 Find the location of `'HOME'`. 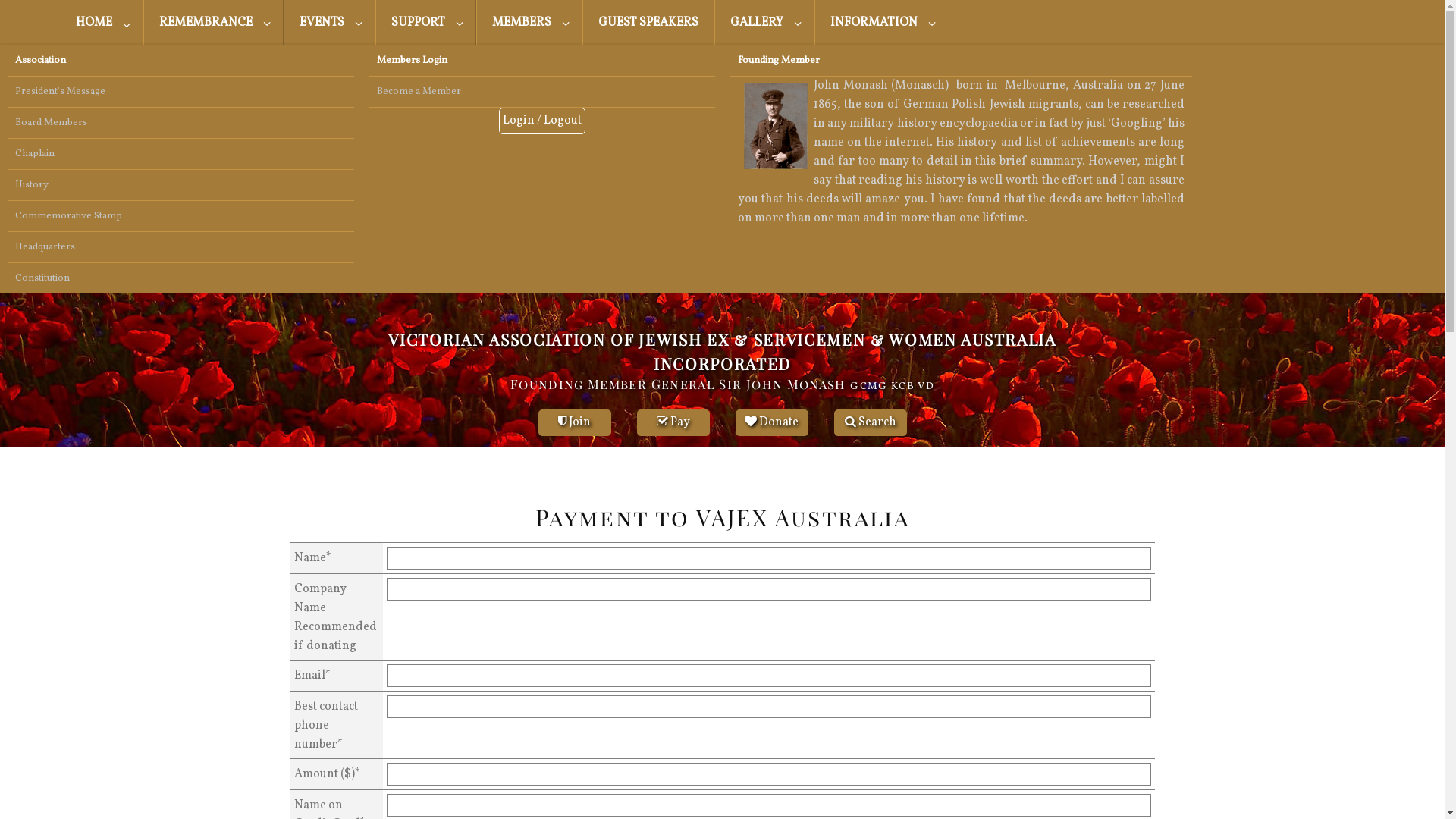

'HOME' is located at coordinates (101, 23).